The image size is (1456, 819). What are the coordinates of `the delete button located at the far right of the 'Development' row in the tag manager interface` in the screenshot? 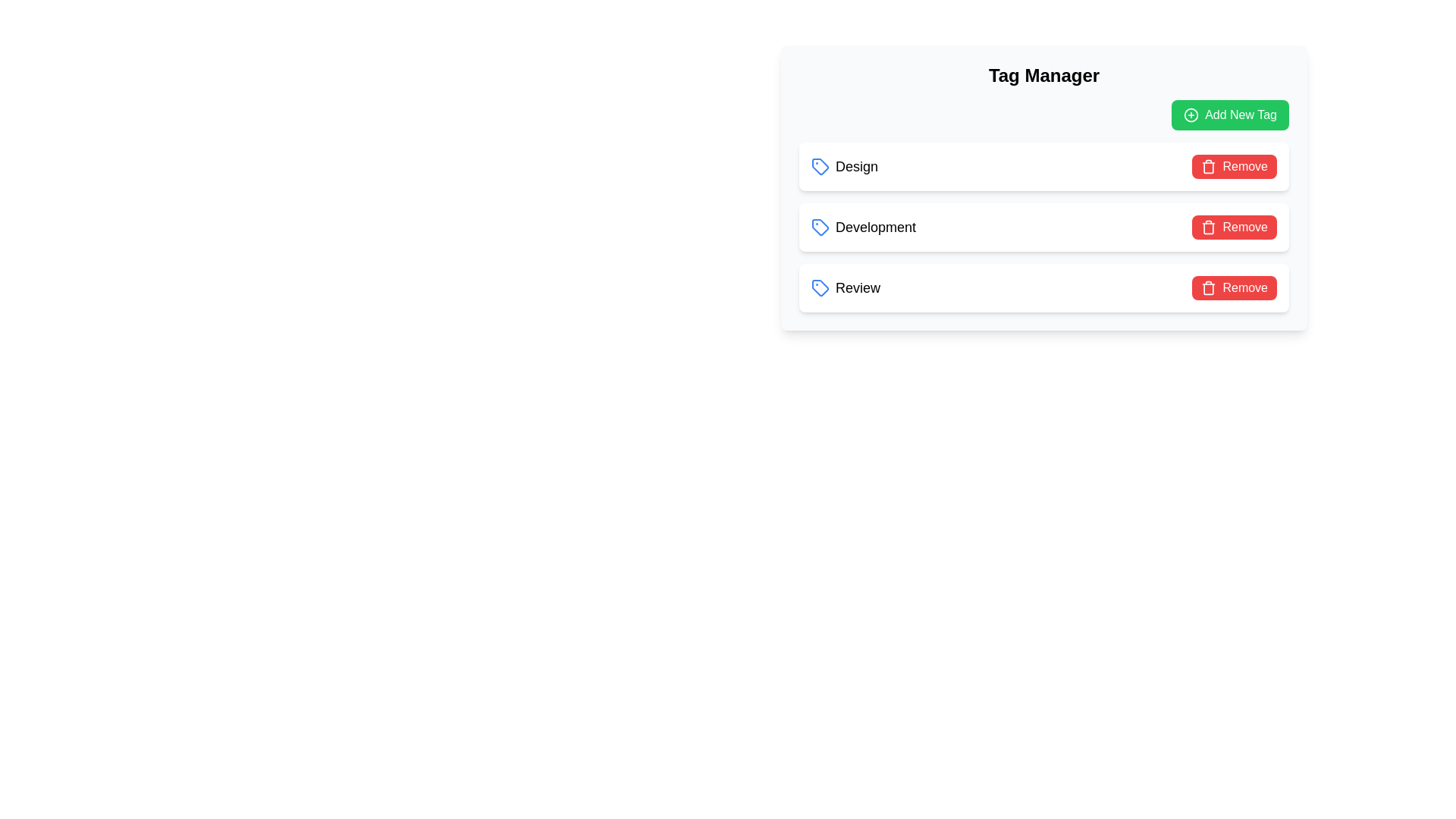 It's located at (1235, 227).